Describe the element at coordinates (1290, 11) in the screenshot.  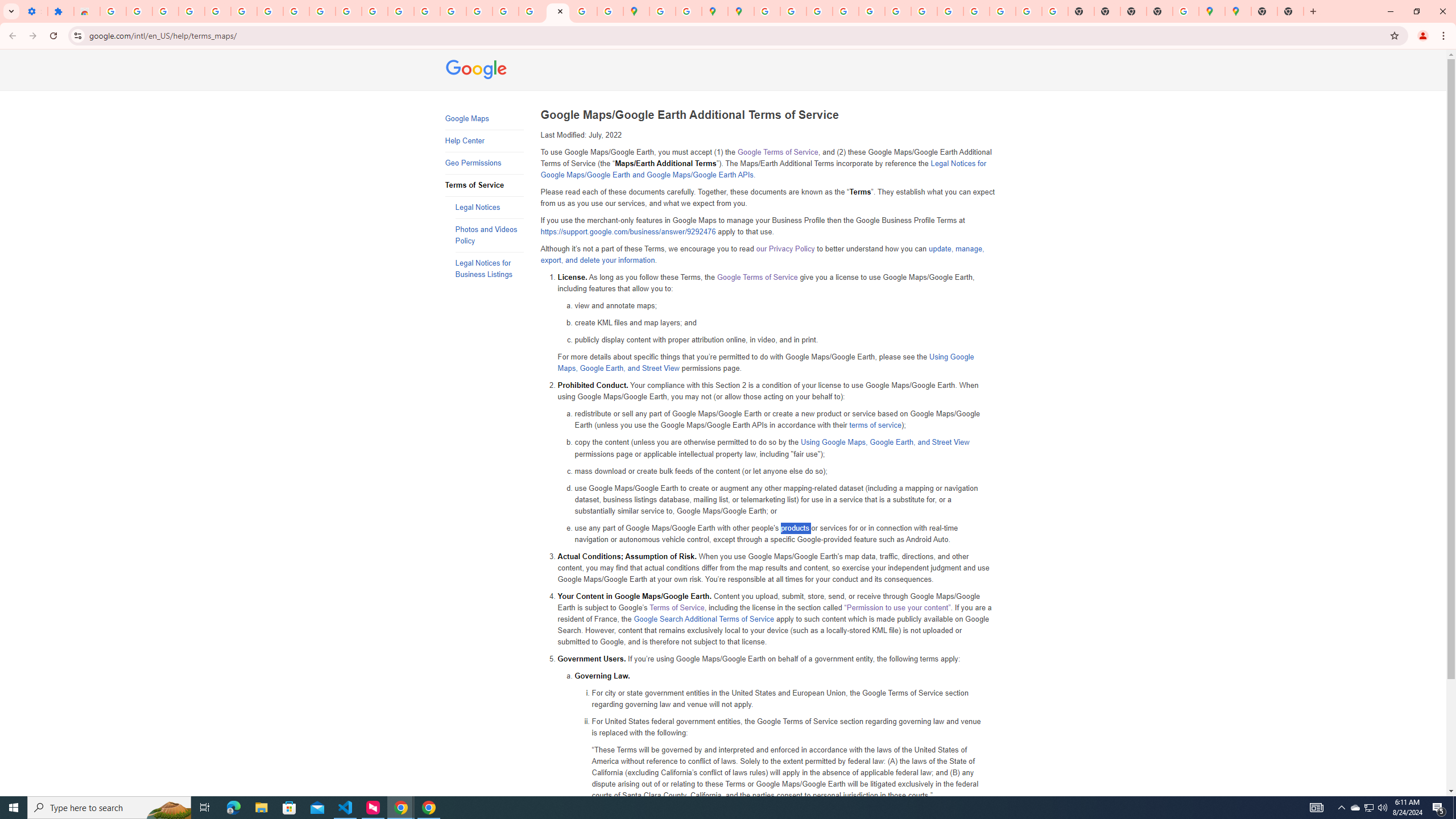
I see `'New Tab'` at that location.